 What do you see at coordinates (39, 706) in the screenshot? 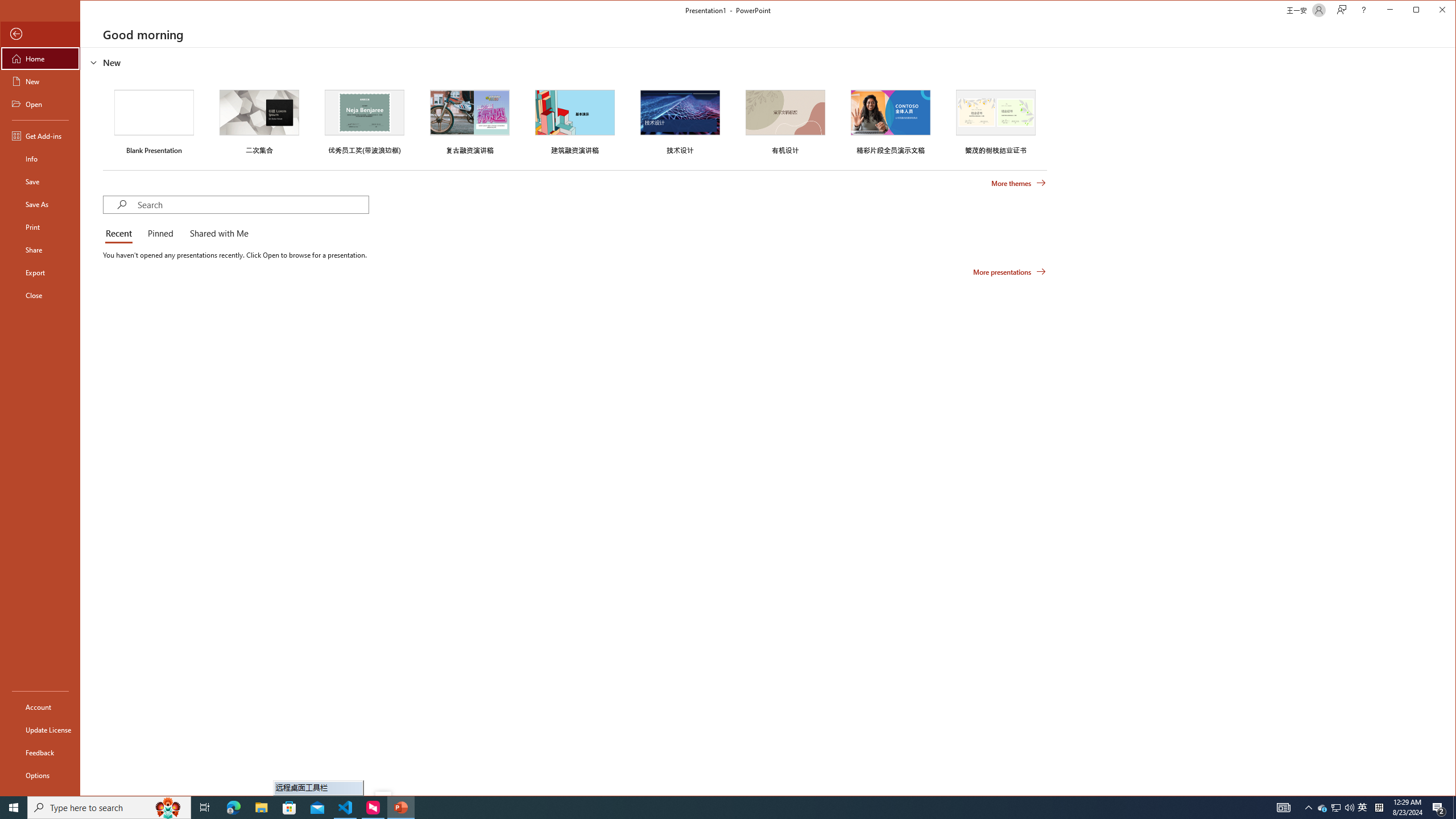
I see `'Account'` at bounding box center [39, 706].